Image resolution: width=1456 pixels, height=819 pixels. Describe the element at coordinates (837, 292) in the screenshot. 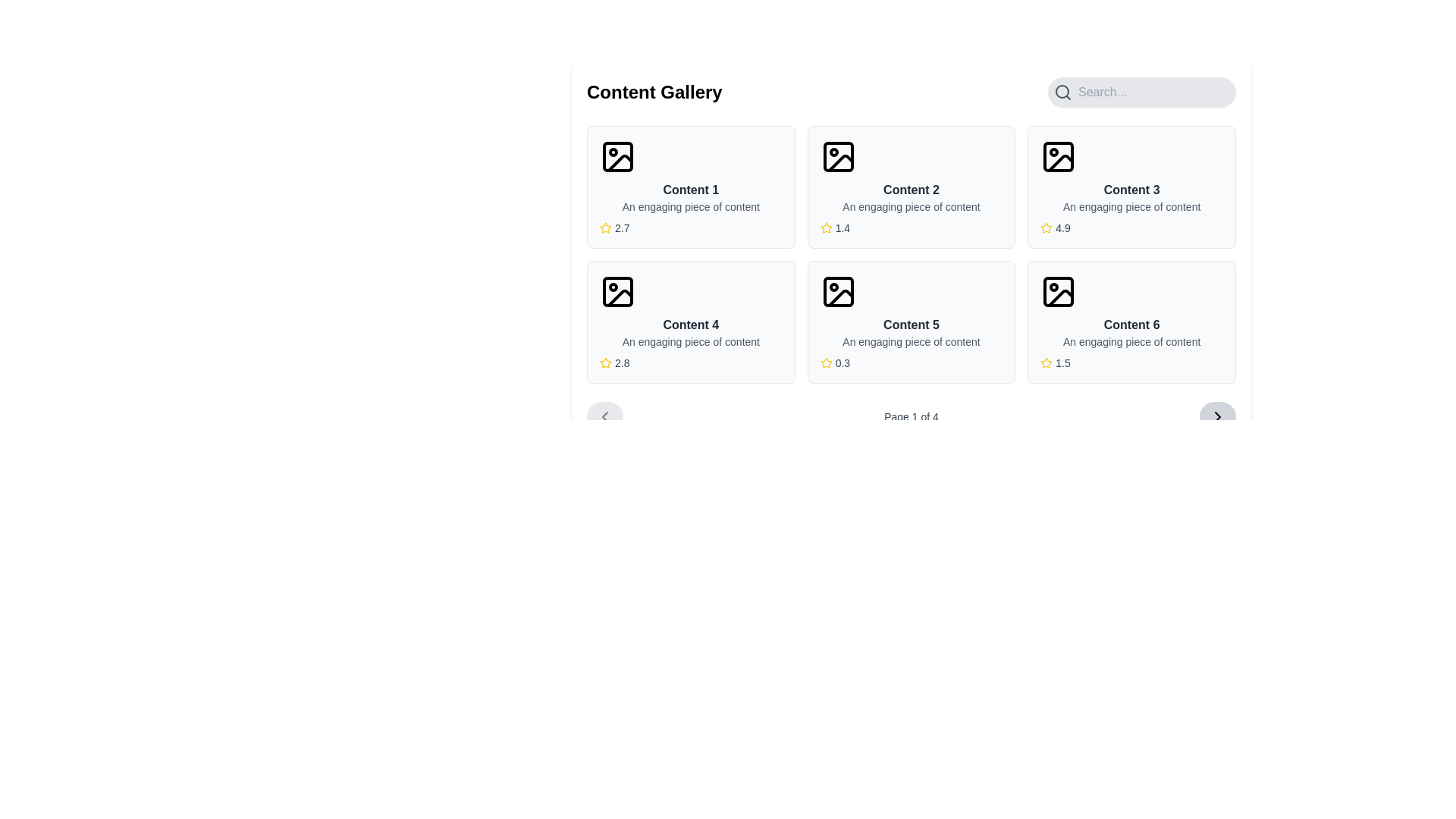

I see `the minimalist line art image placeholder icon located at the top-left corner of the 'Content 5' card in the second row, third column` at that location.